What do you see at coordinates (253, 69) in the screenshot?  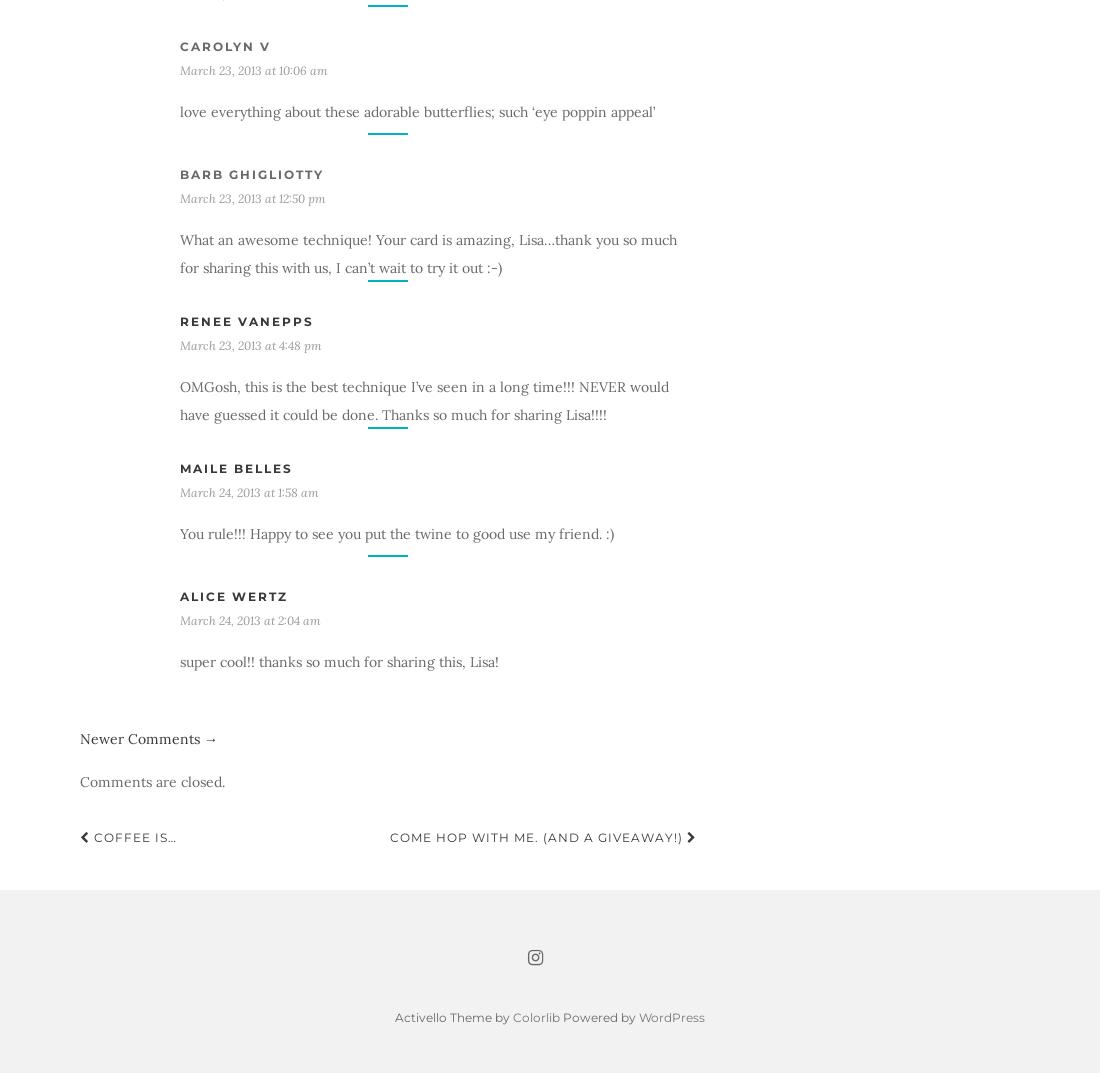 I see `'March 23, 2013 at 10:06 am'` at bounding box center [253, 69].